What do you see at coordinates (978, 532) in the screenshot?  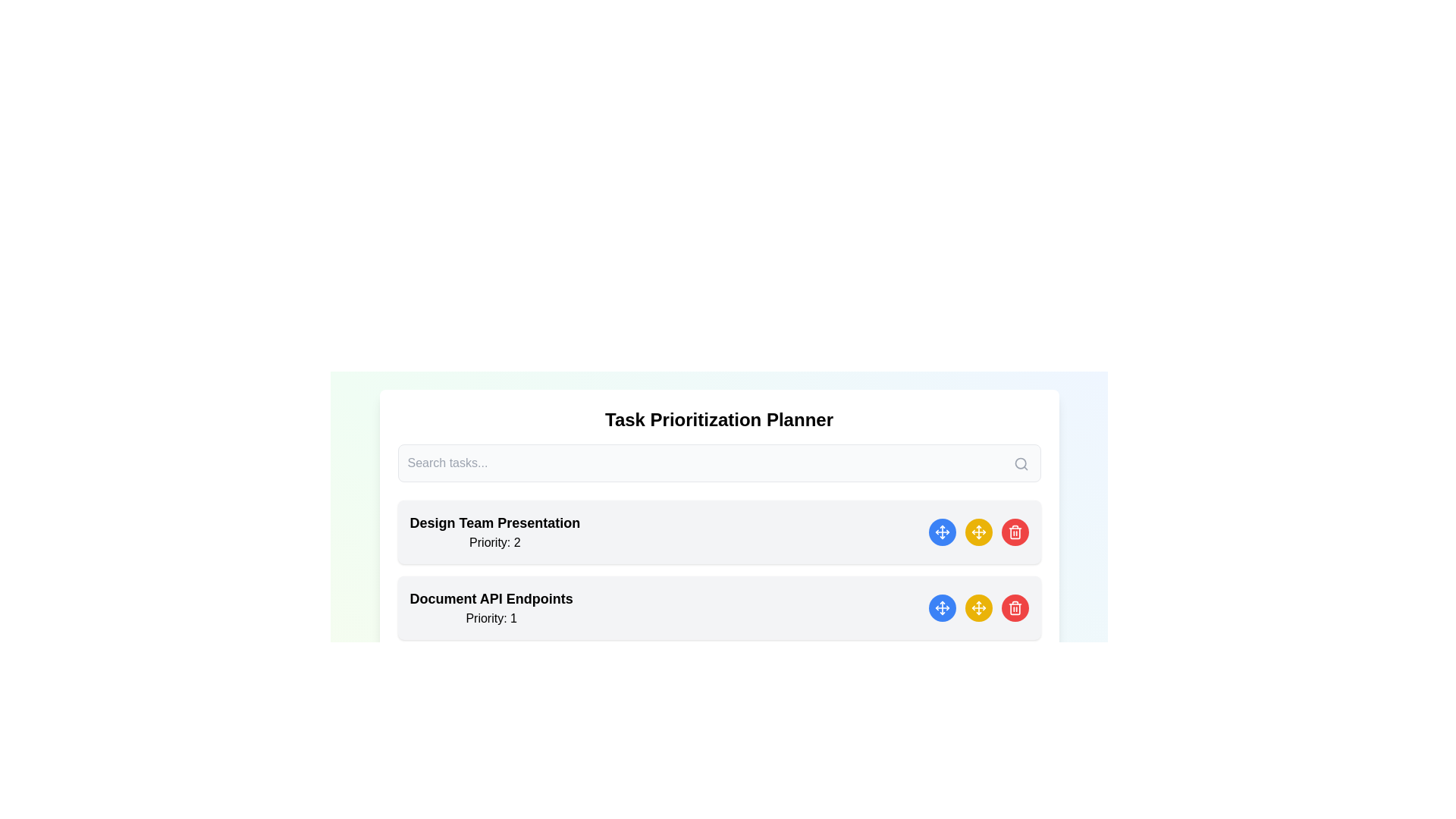 I see `the second circular button in the action group for the 'Design Team Presentation' task` at bounding box center [978, 532].